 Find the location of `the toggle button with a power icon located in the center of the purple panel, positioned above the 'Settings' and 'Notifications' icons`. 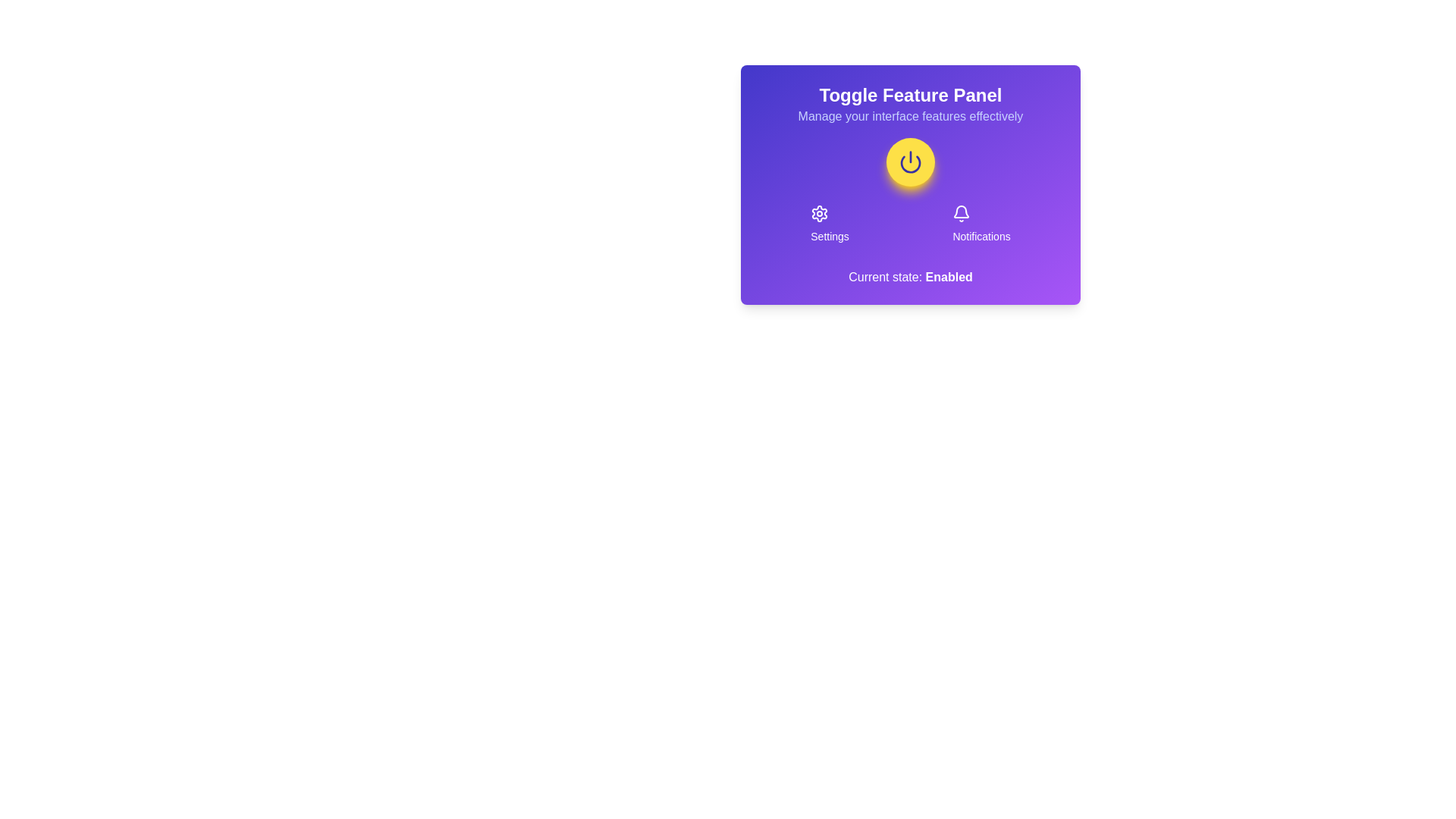

the toggle button with a power icon located in the center of the purple panel, positioned above the 'Settings' and 'Notifications' icons is located at coordinates (910, 162).